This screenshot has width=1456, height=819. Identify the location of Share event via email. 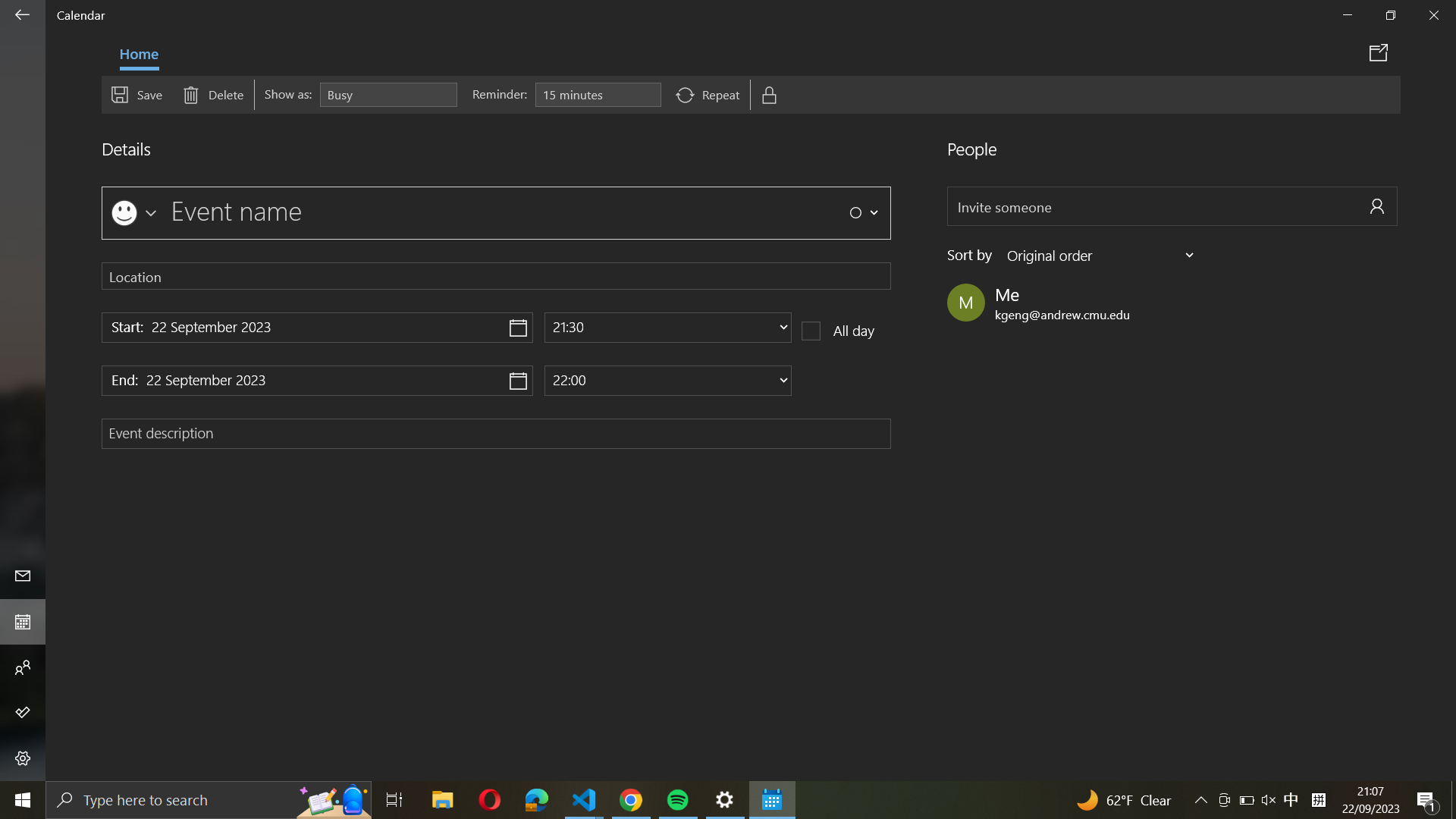
(1381, 52).